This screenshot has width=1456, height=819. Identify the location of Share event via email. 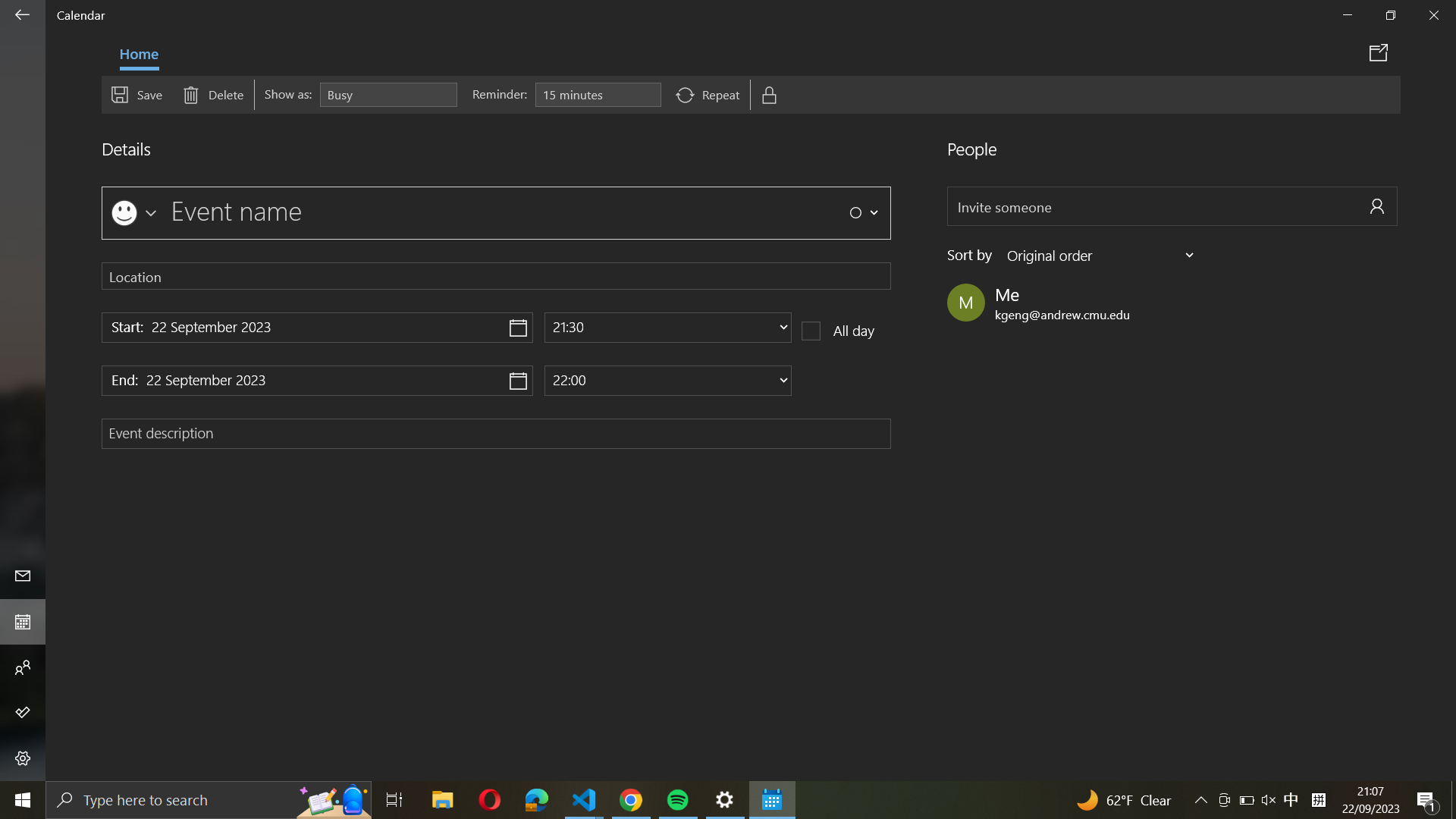
(1381, 52).